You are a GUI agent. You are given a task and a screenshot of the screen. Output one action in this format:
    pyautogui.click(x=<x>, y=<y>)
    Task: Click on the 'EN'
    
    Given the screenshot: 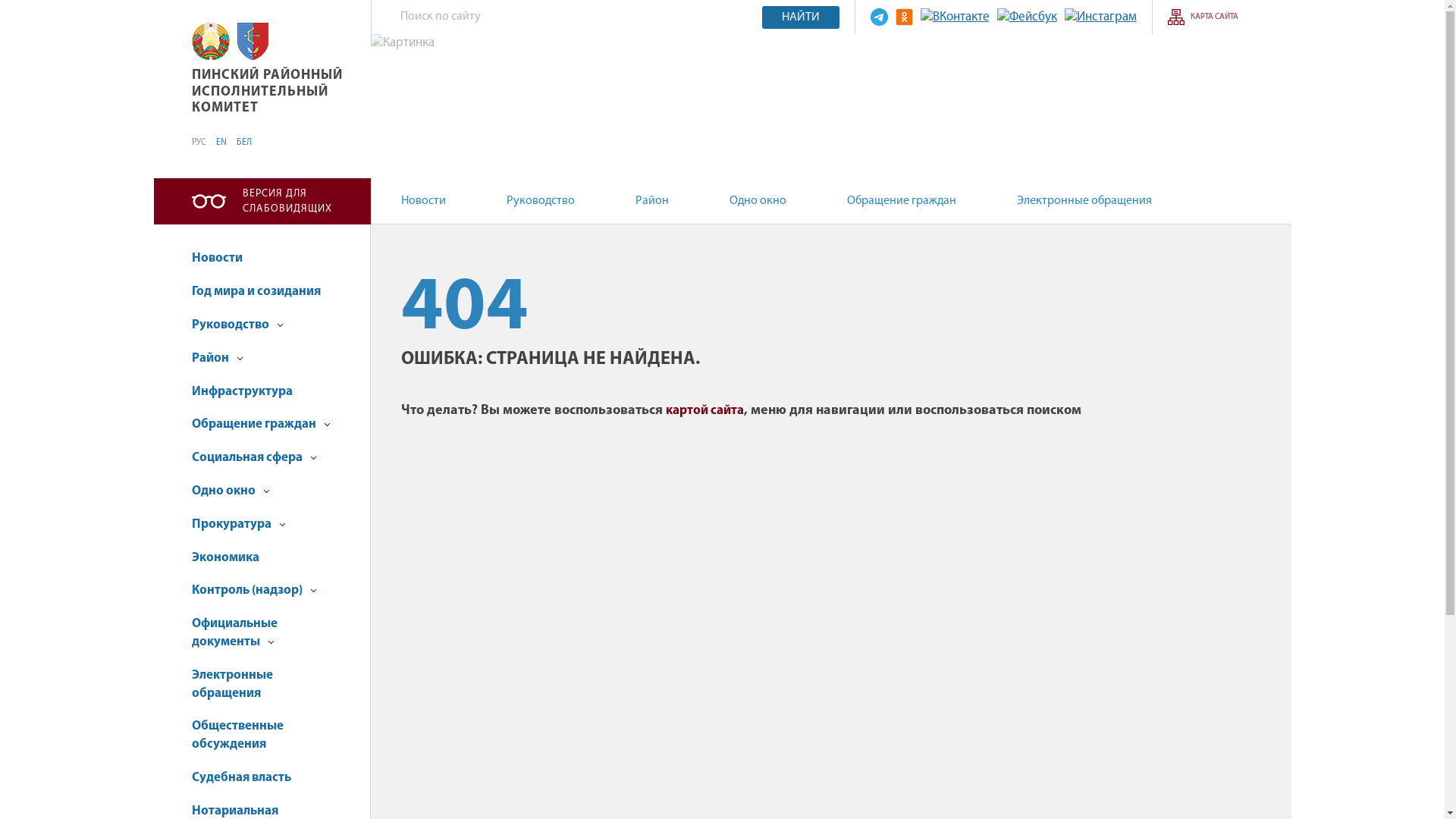 What is the action you would take?
    pyautogui.click(x=214, y=143)
    